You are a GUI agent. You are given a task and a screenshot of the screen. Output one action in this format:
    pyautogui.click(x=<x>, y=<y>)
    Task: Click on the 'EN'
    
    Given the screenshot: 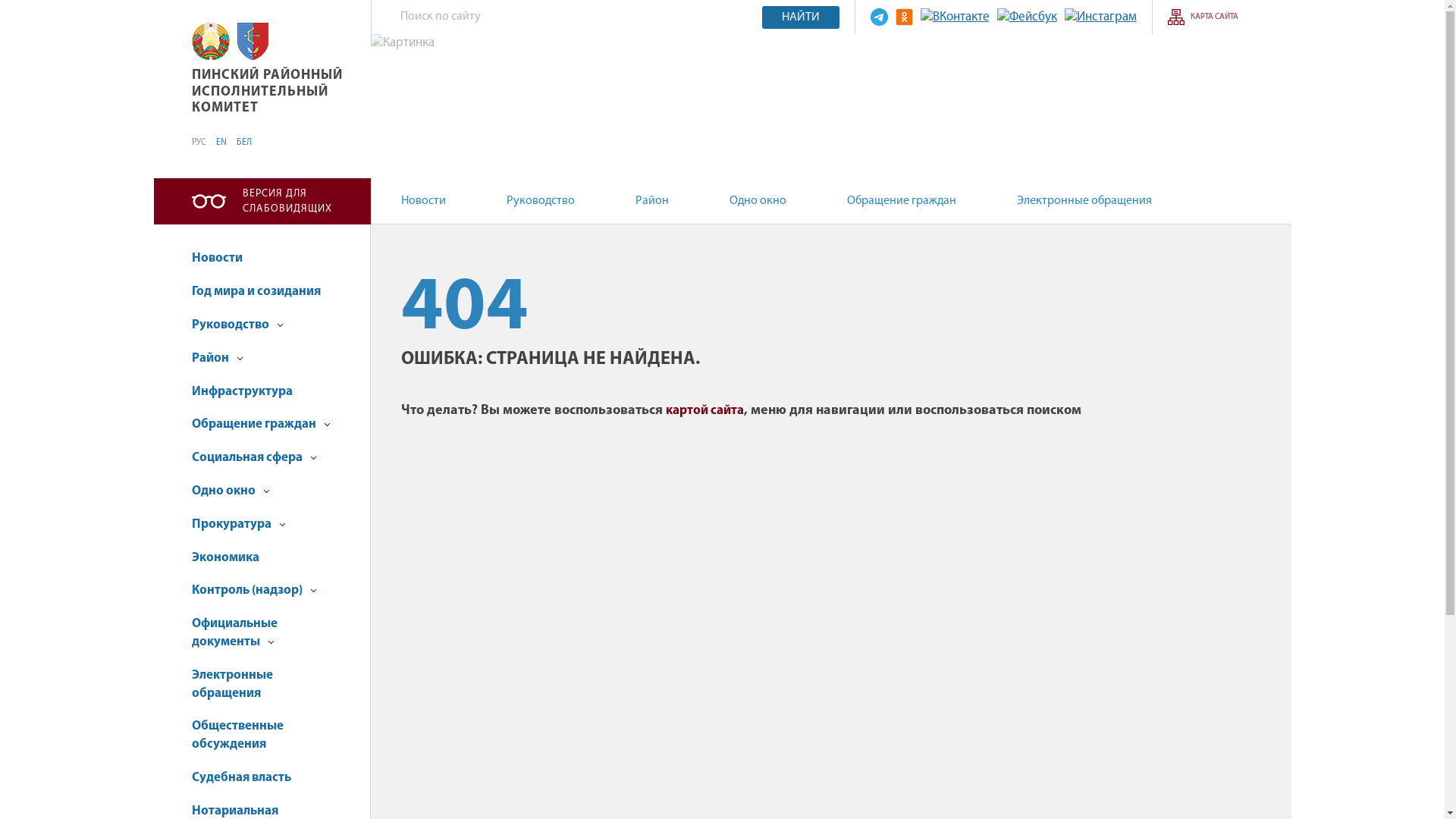 What is the action you would take?
    pyautogui.click(x=214, y=143)
    